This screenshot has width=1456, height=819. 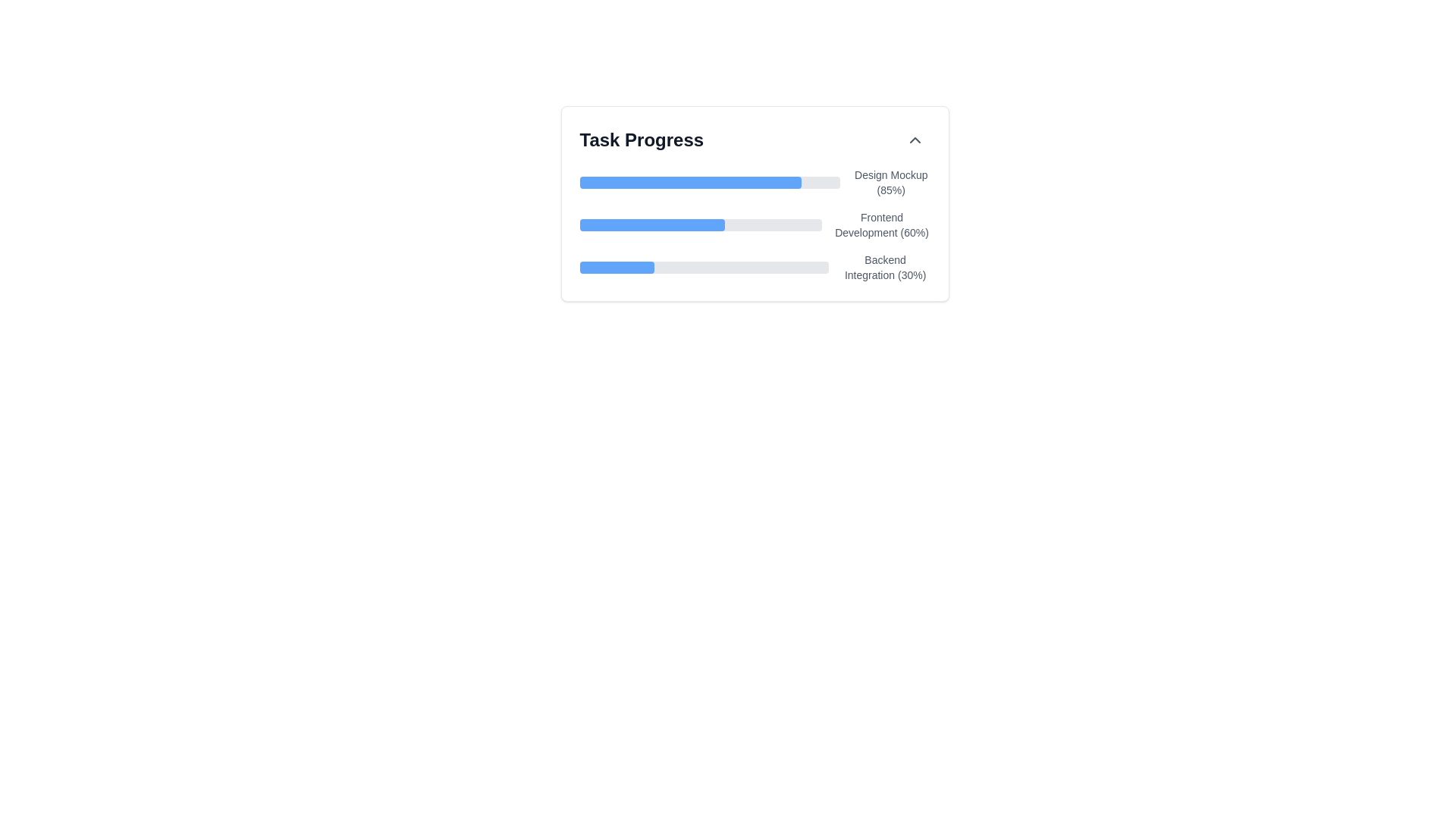 I want to click on the blue progress bar indicating 85% completion within the 'Task Progress' card, which is the foreground element of the progress indicator, so click(x=689, y=181).